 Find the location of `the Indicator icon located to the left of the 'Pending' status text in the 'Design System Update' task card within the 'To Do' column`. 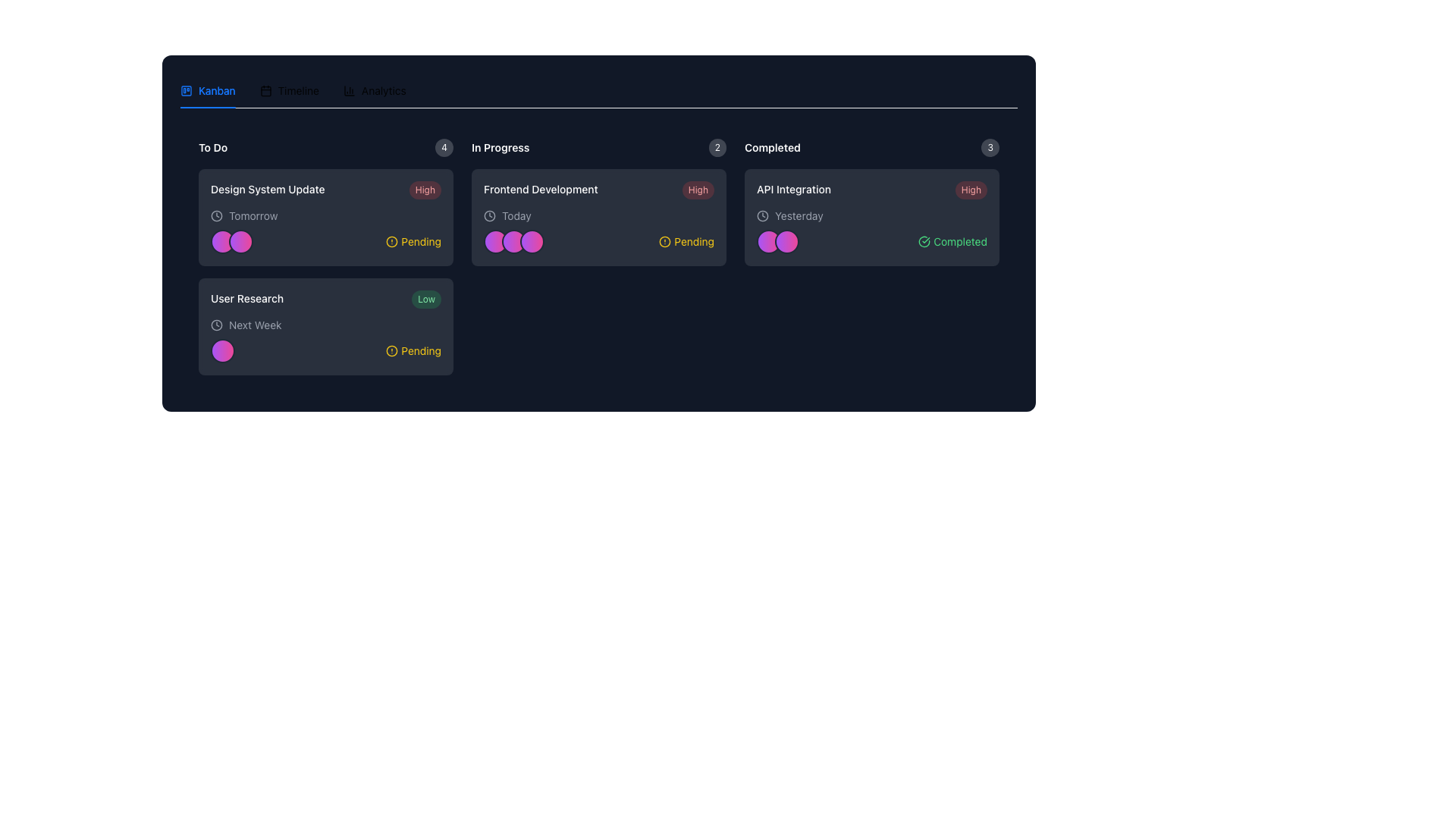

the Indicator icon located to the left of the 'Pending' status text in the 'Design System Update' task card within the 'To Do' column is located at coordinates (392, 241).